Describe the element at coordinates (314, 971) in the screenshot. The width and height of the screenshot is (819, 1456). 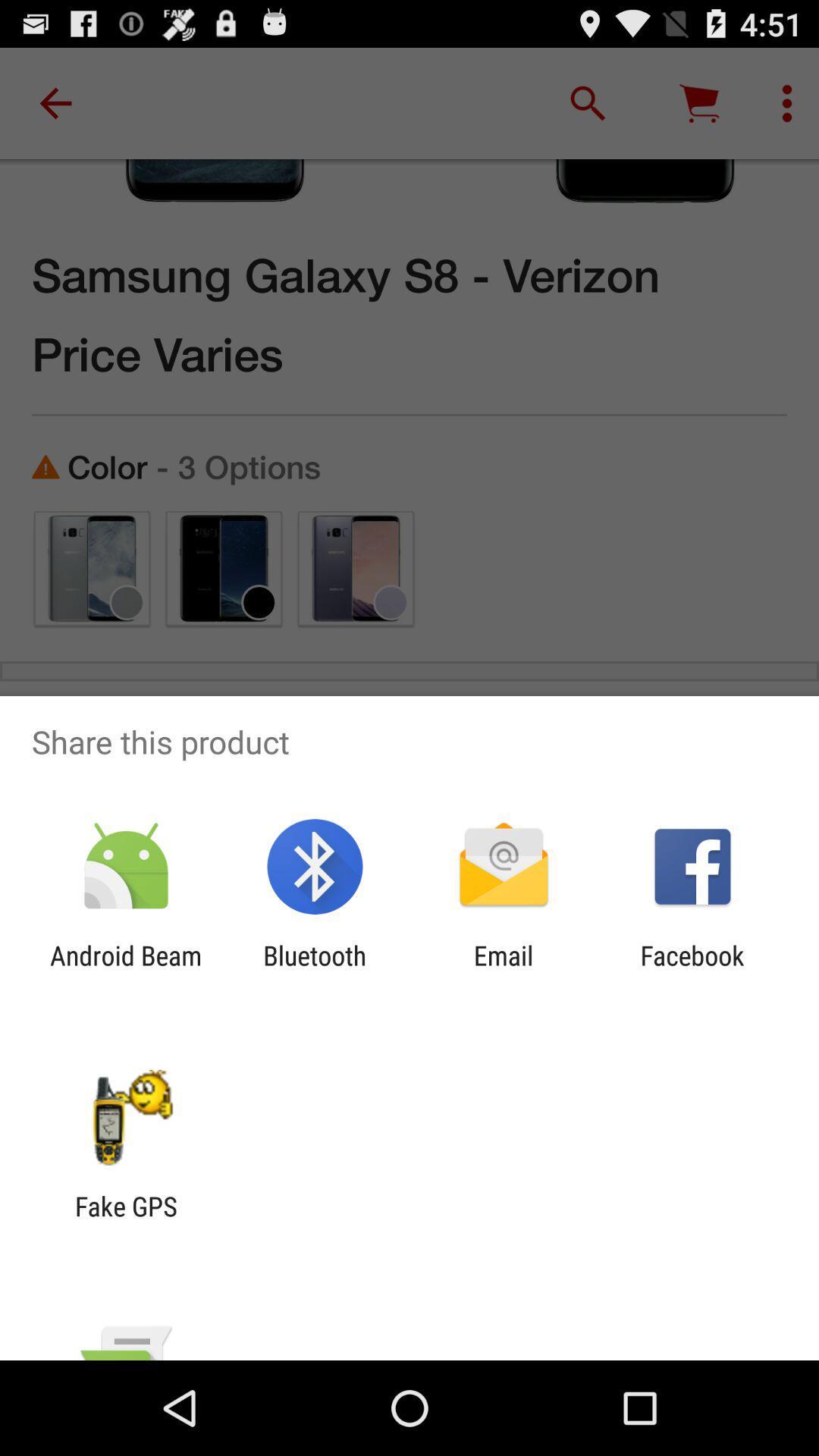
I see `the item next to email` at that location.